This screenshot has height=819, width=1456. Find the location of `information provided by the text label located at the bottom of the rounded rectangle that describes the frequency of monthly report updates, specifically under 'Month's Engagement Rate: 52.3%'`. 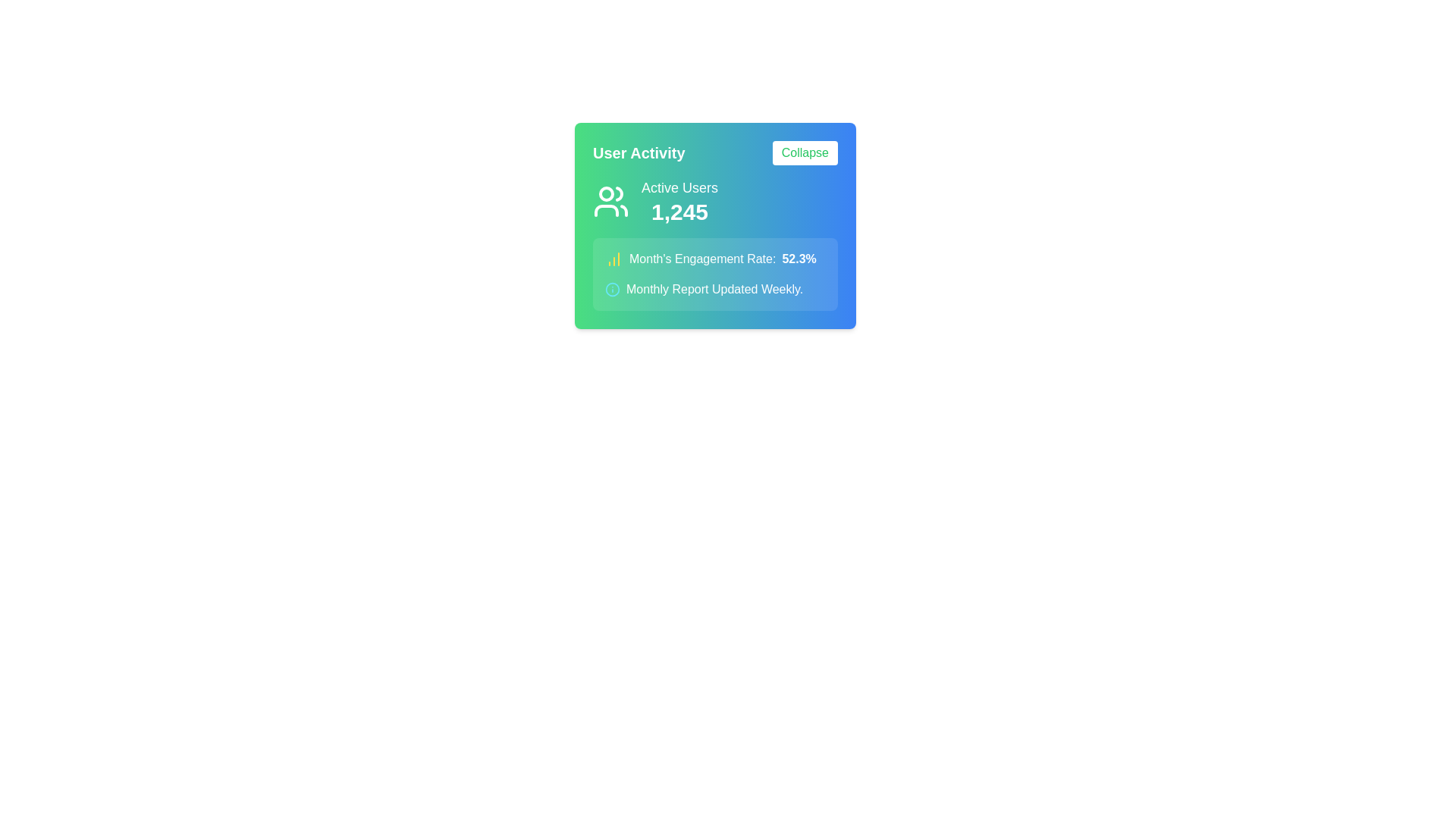

information provided by the text label located at the bottom of the rounded rectangle that describes the frequency of monthly report updates, specifically under 'Month's Engagement Rate: 52.3%' is located at coordinates (714, 289).